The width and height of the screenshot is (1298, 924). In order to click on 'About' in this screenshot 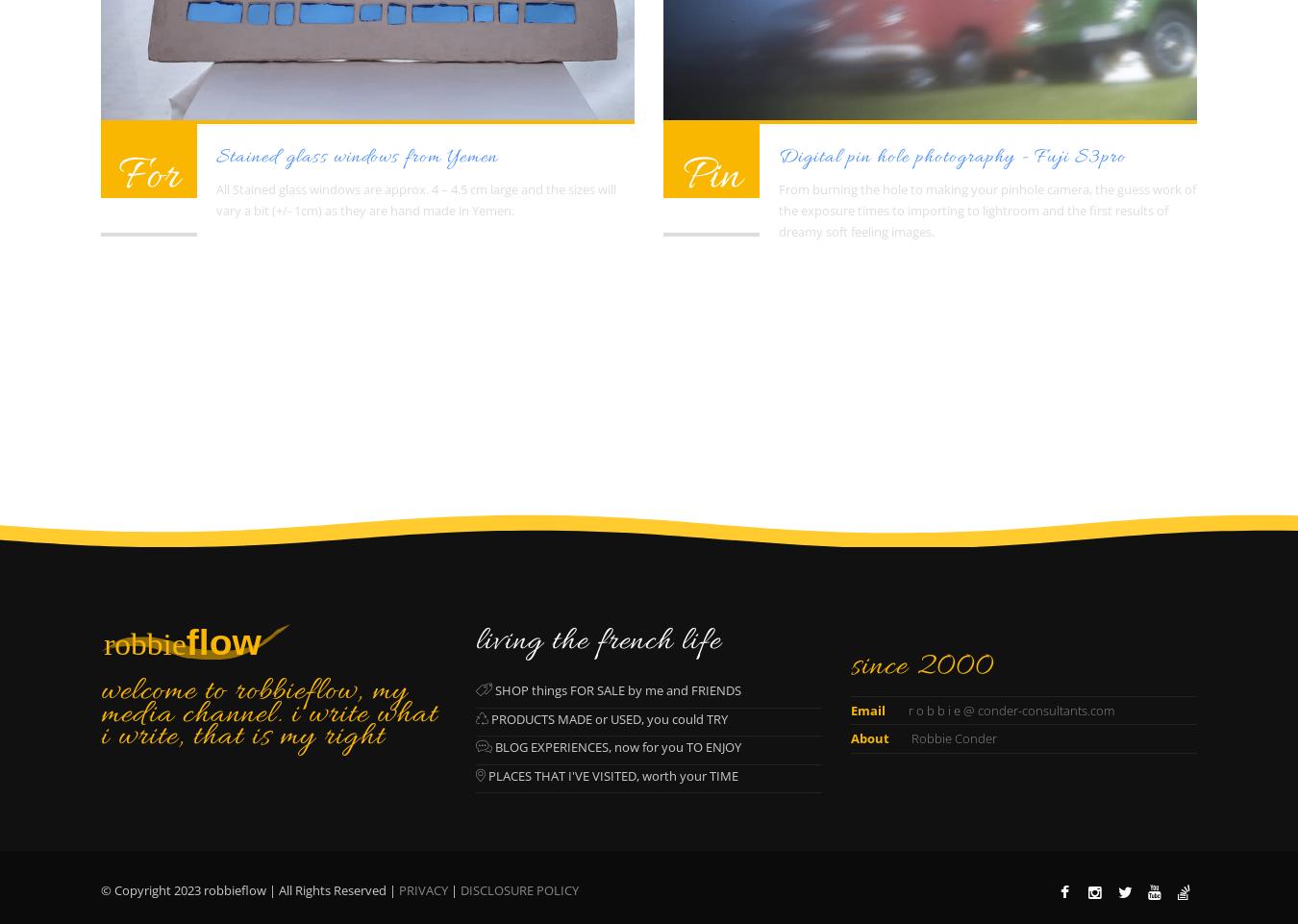, I will do `click(869, 737)`.